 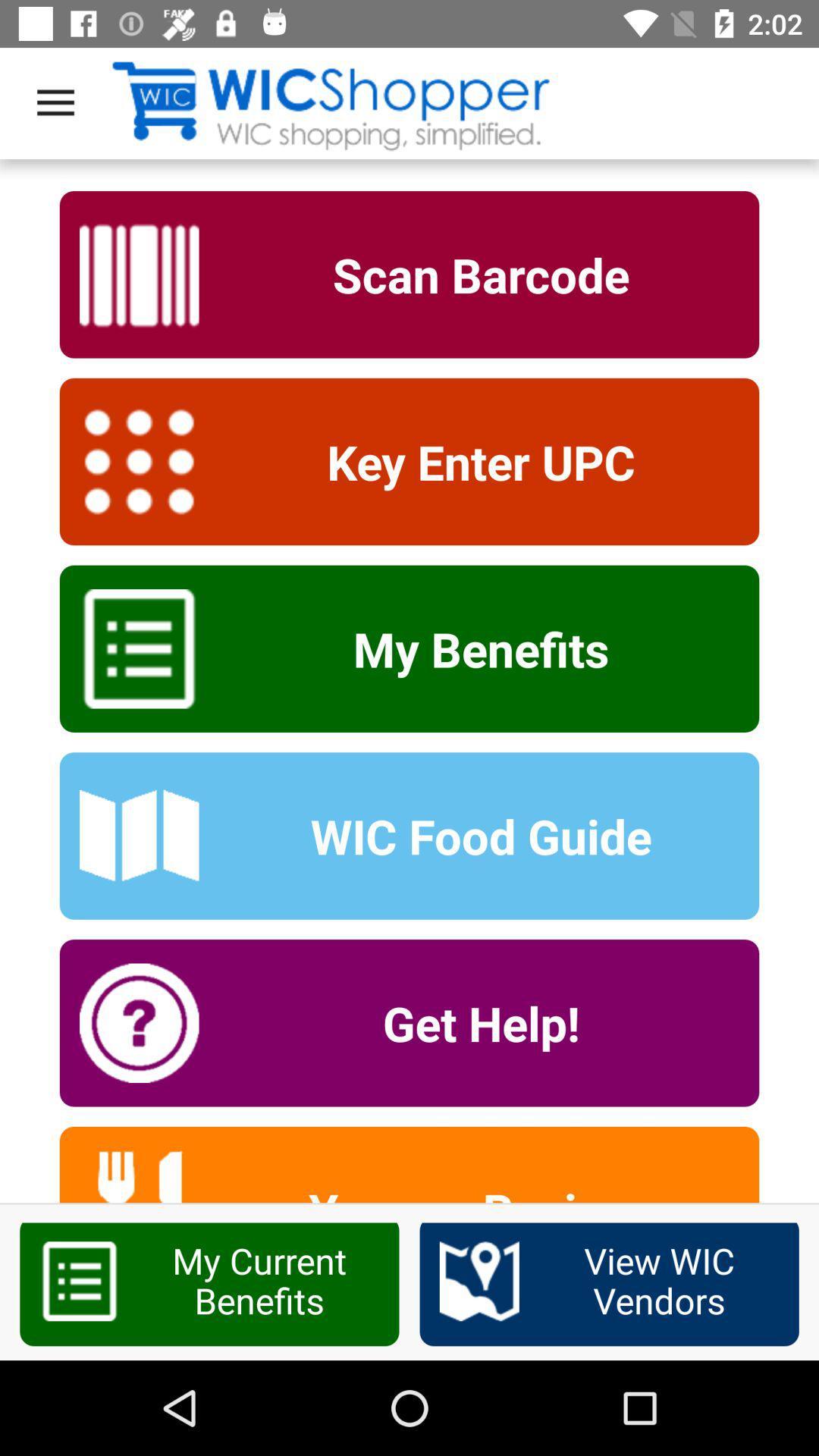 I want to click on the key enter upc item, so click(x=470, y=461).